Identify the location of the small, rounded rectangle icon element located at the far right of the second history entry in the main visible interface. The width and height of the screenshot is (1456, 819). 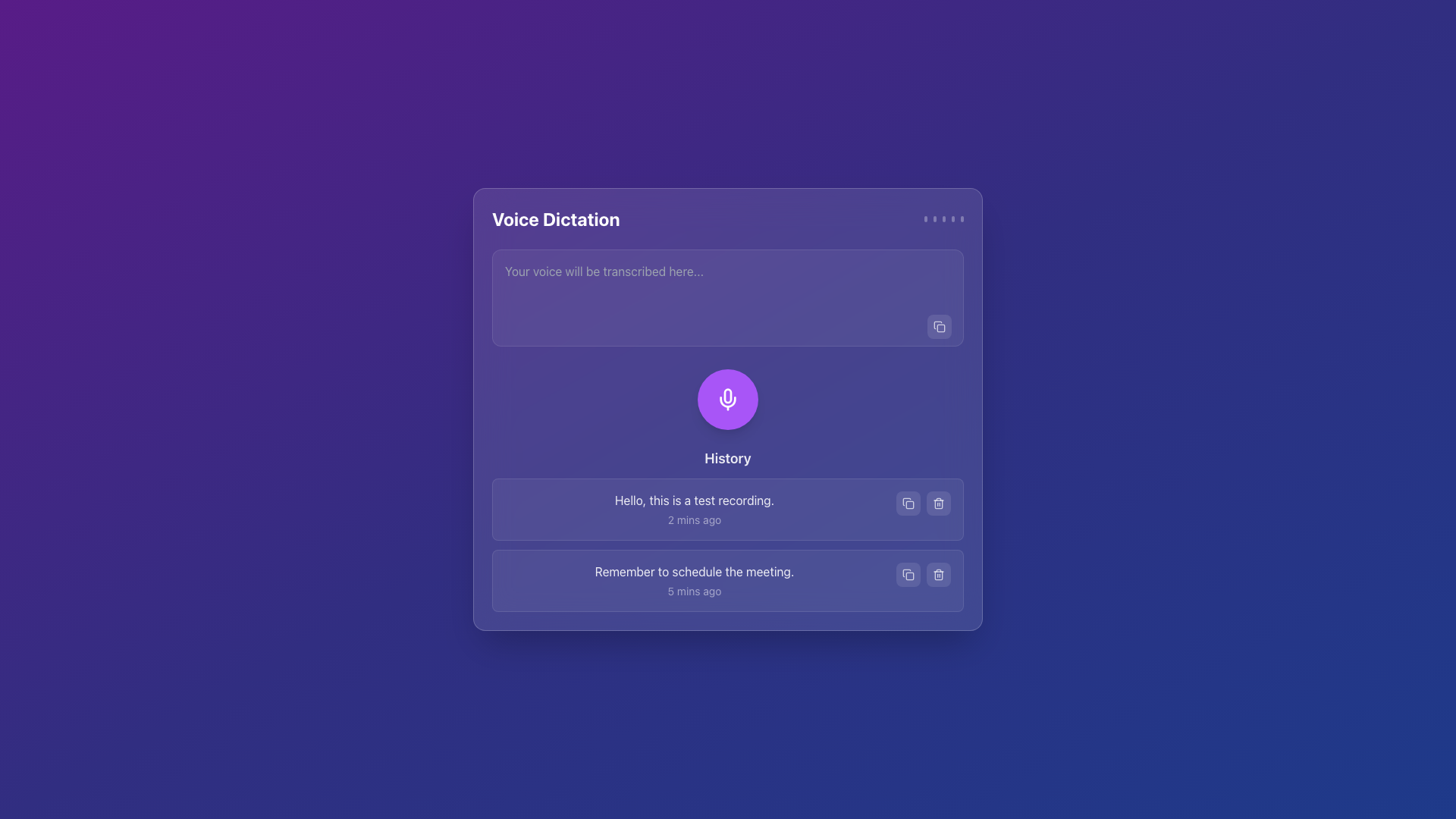
(910, 505).